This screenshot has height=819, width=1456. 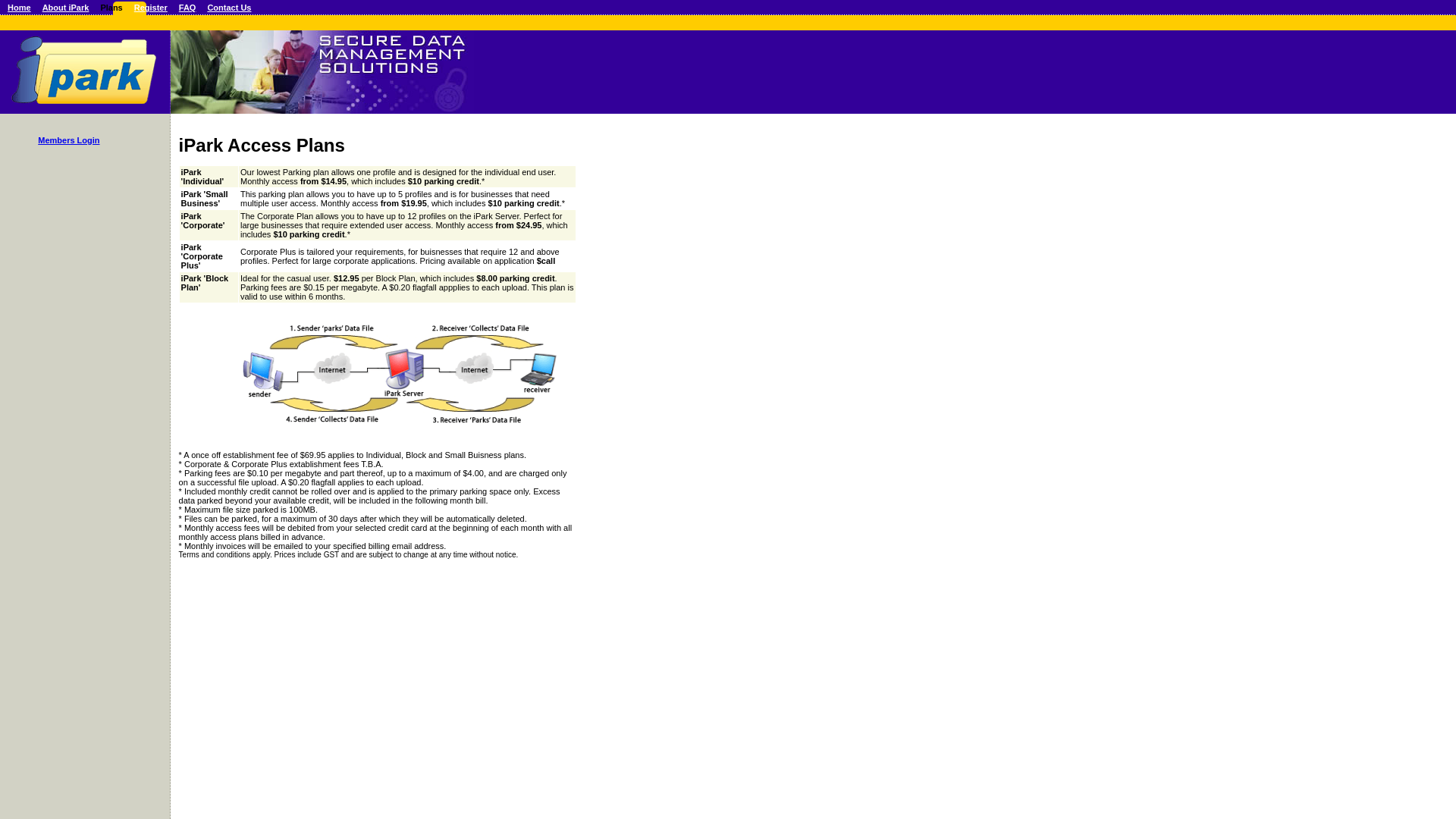 What do you see at coordinates (67, 140) in the screenshot?
I see `'Members Login'` at bounding box center [67, 140].